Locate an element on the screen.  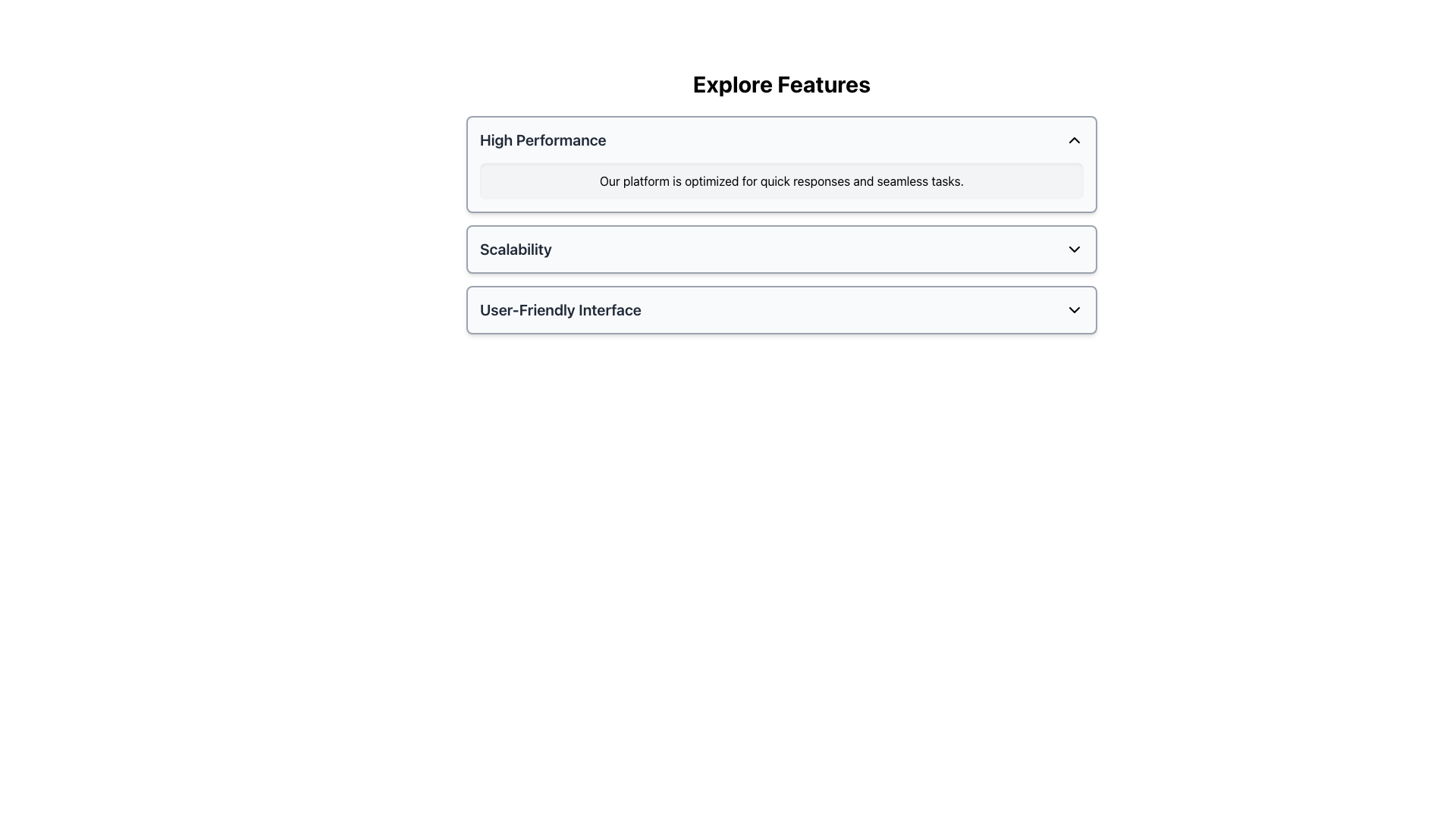
the Text label representing the title of the second section under 'Explore Features' is located at coordinates (516, 248).